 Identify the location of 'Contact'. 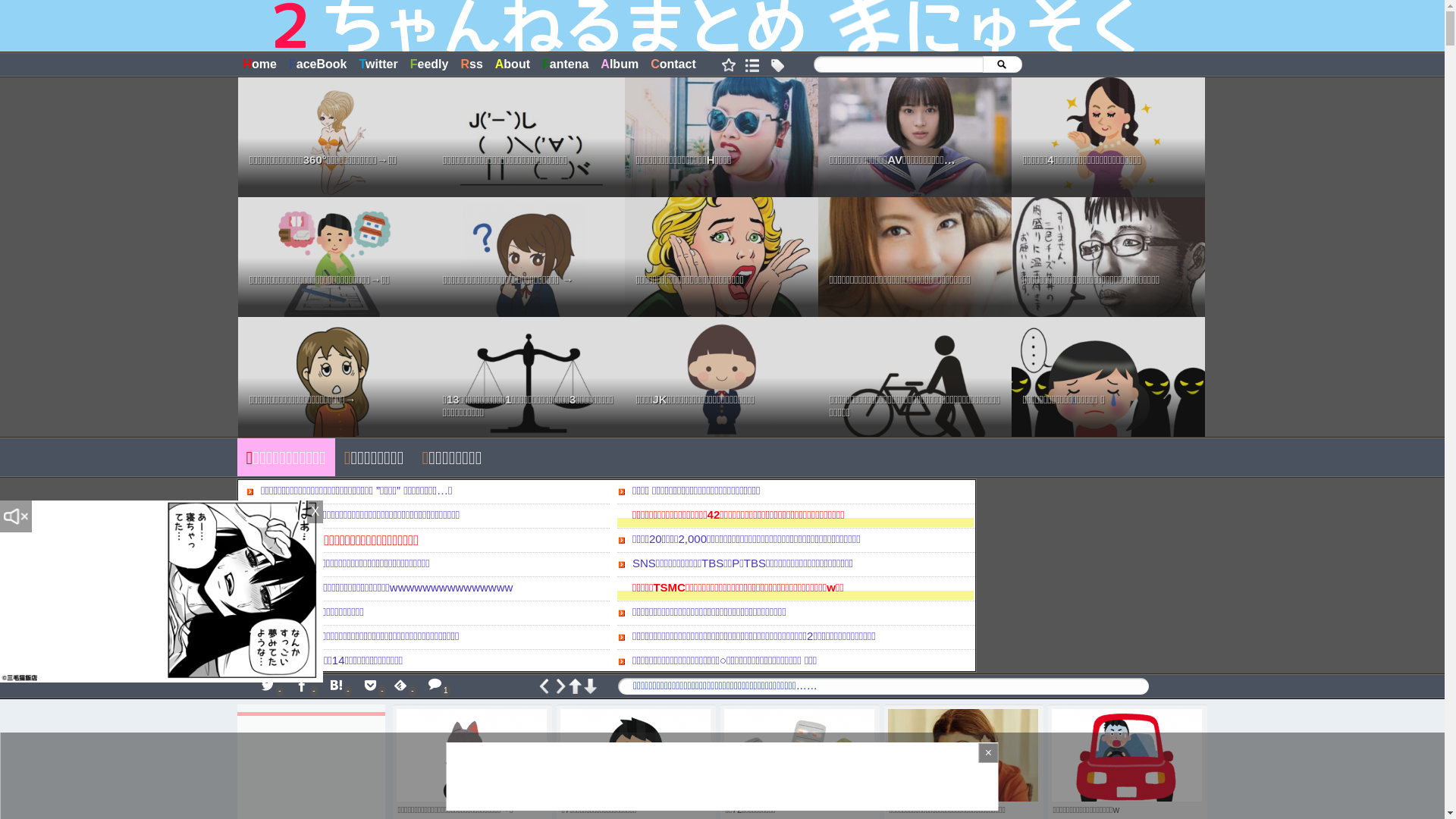
(673, 63).